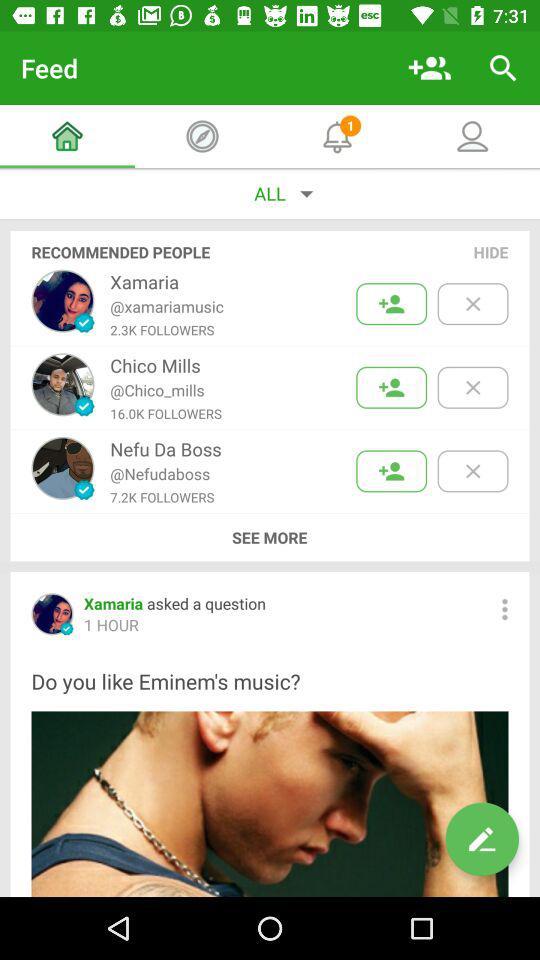  I want to click on follow user, so click(391, 304).